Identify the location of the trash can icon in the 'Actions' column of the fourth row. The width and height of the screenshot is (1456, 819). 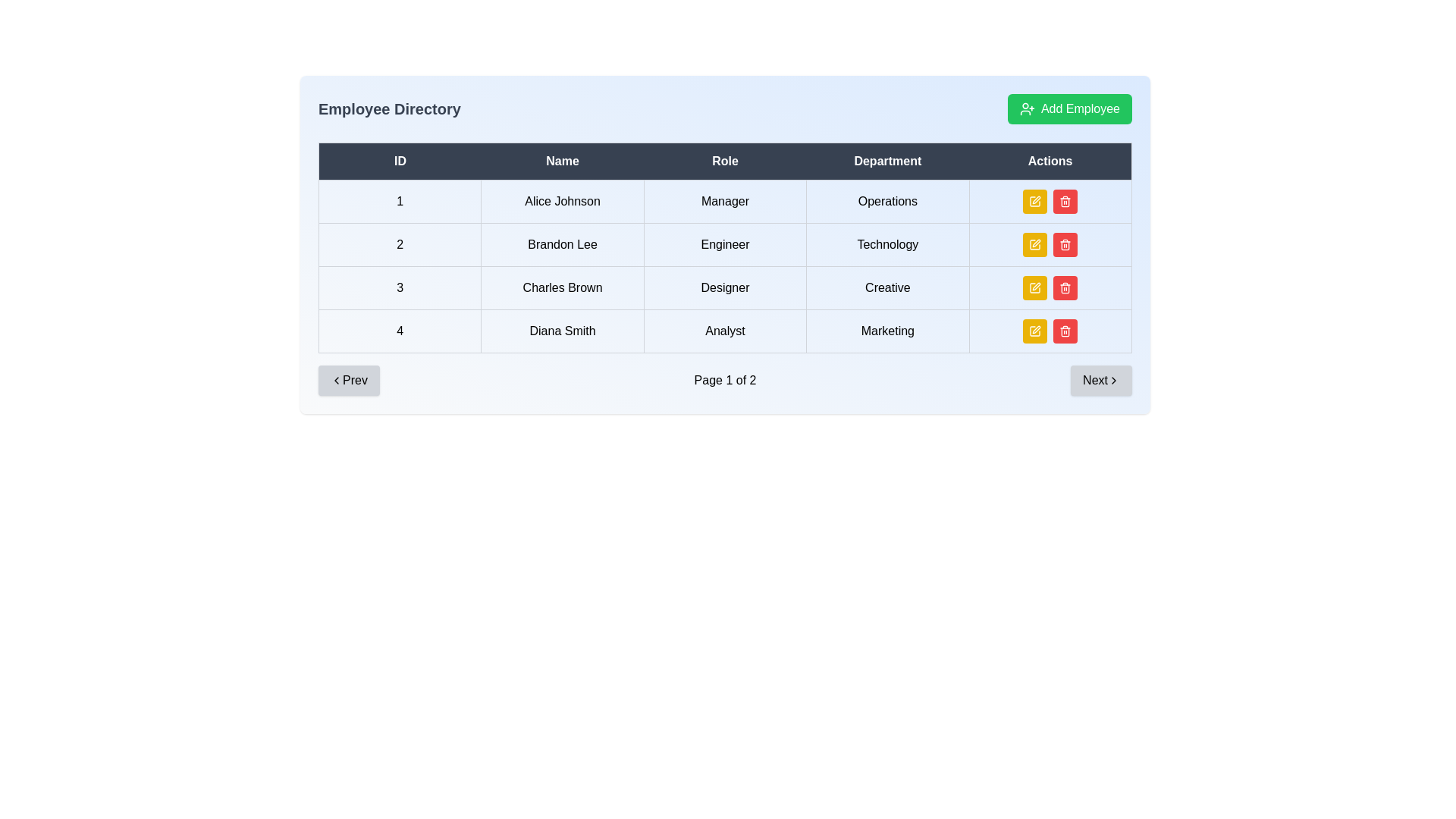
(1065, 244).